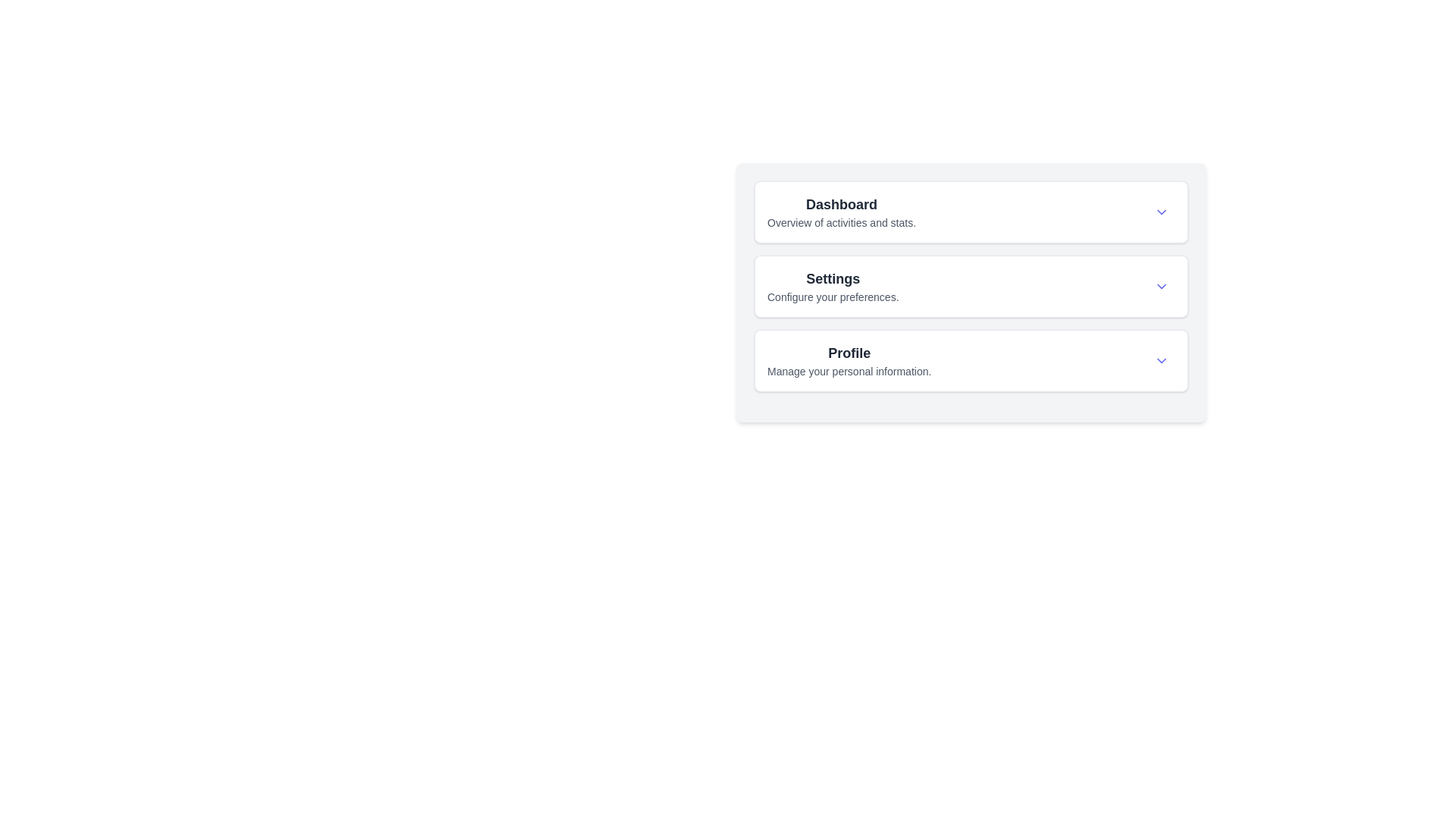 The image size is (1456, 819). I want to click on the 'Profile' label and description element, which is the third option in the vertical navigation panel, following 'Dashboard' and 'Settings', so click(849, 360).